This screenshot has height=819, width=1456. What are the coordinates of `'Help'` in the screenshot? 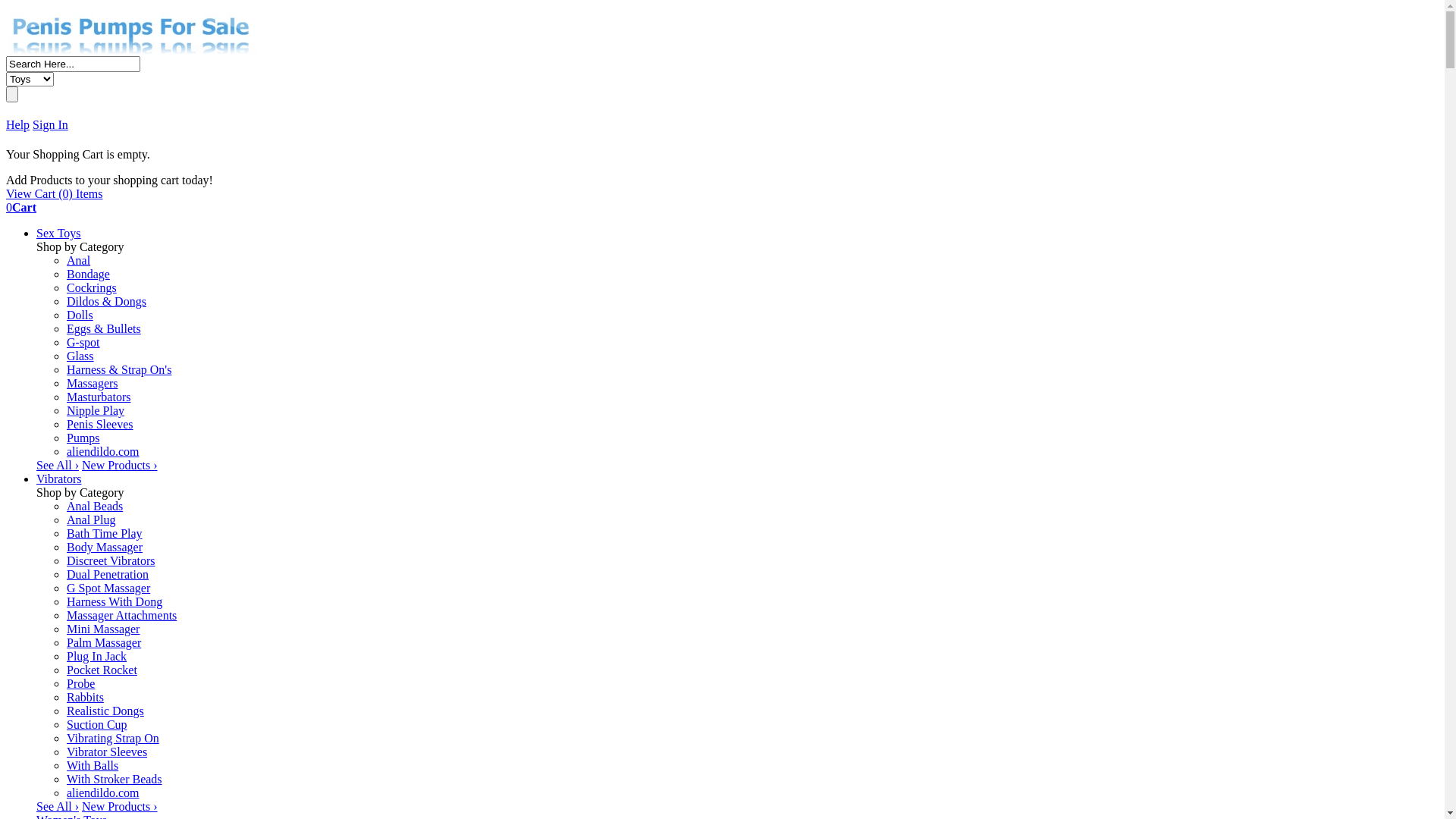 It's located at (6, 124).